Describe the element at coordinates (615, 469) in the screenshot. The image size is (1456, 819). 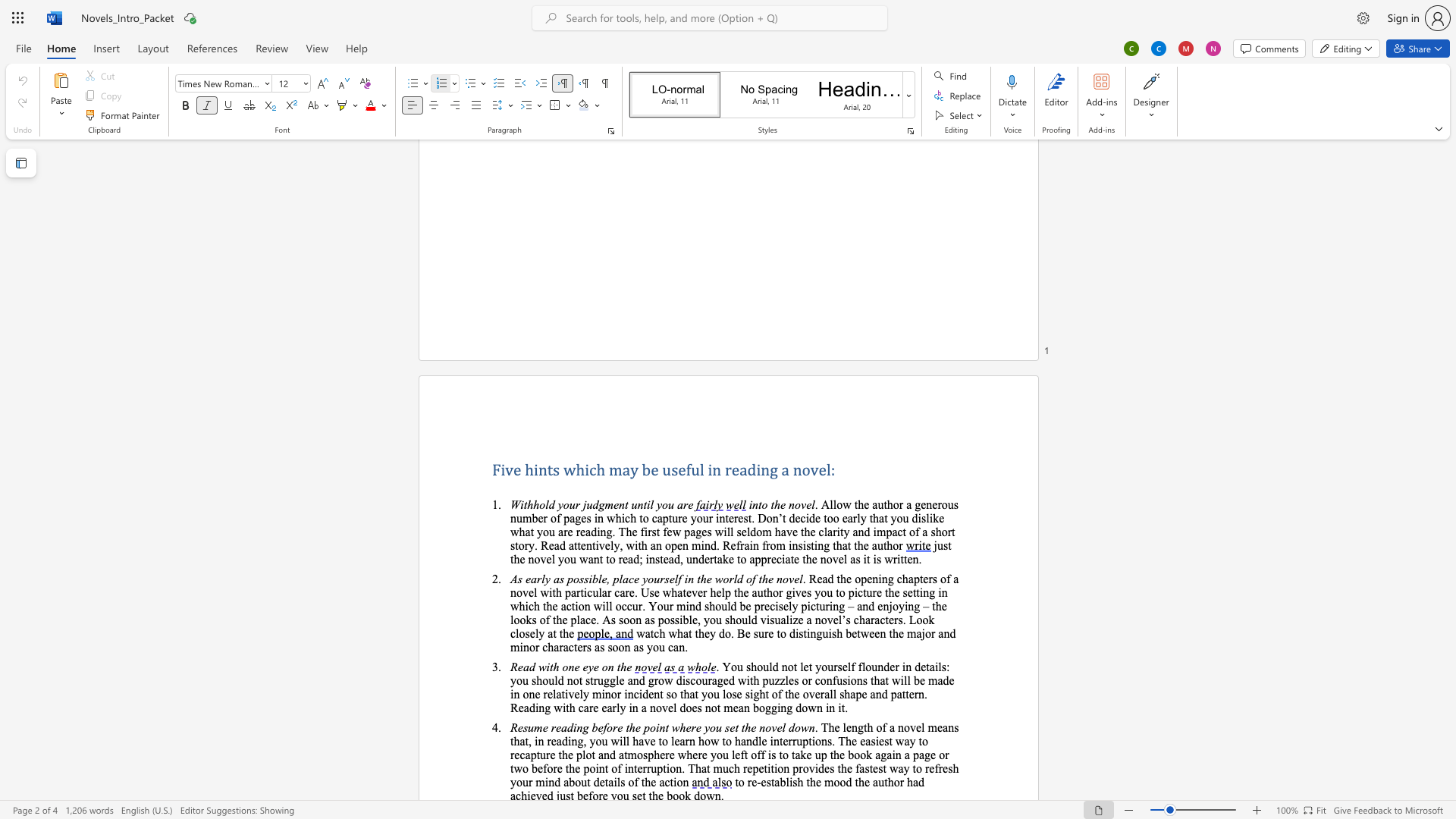
I see `the 1th character "m" in the text` at that location.